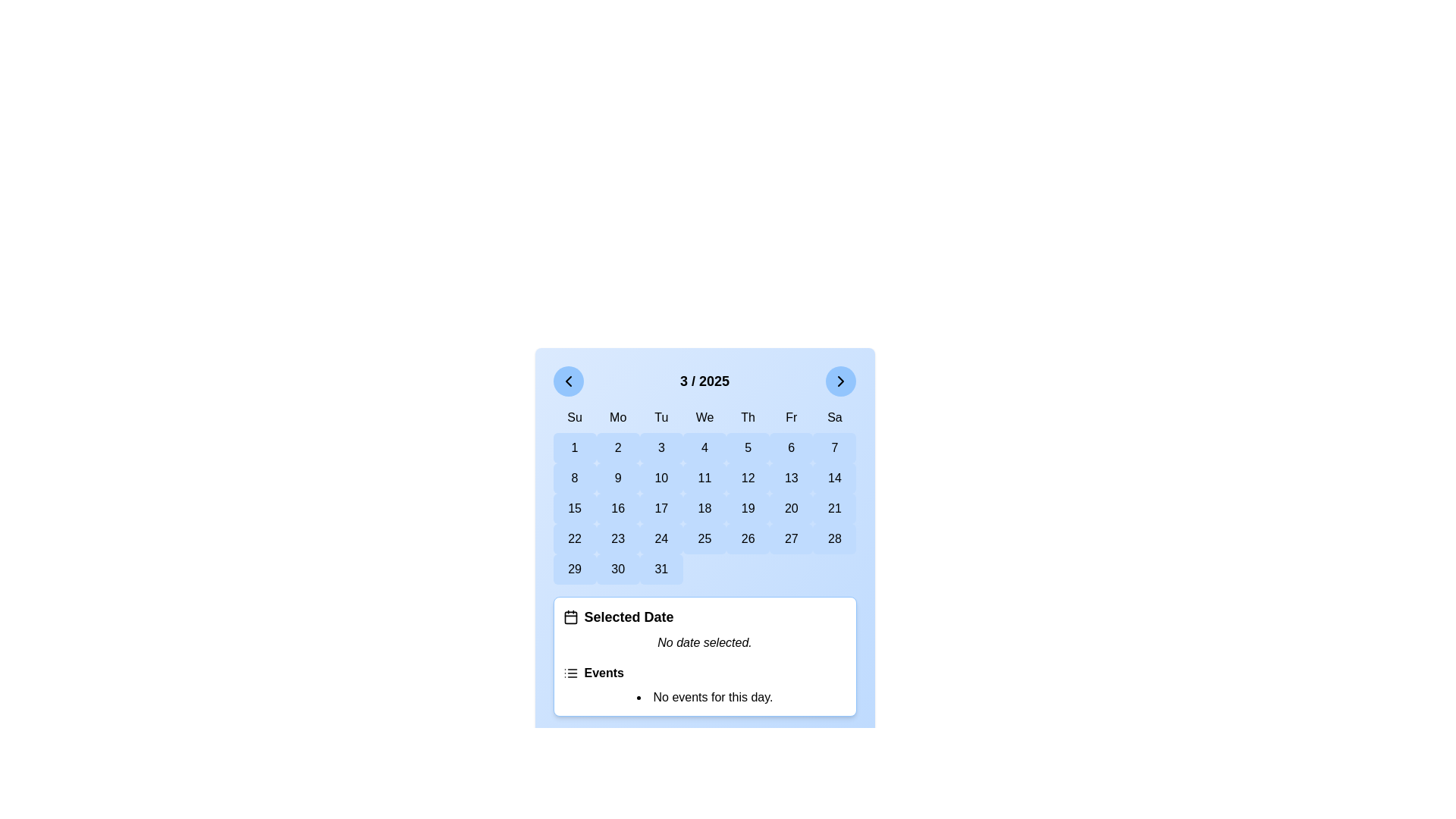  What do you see at coordinates (603, 672) in the screenshot?
I see `the 'Events' section label located in the bottom section of the calendar interface` at bounding box center [603, 672].